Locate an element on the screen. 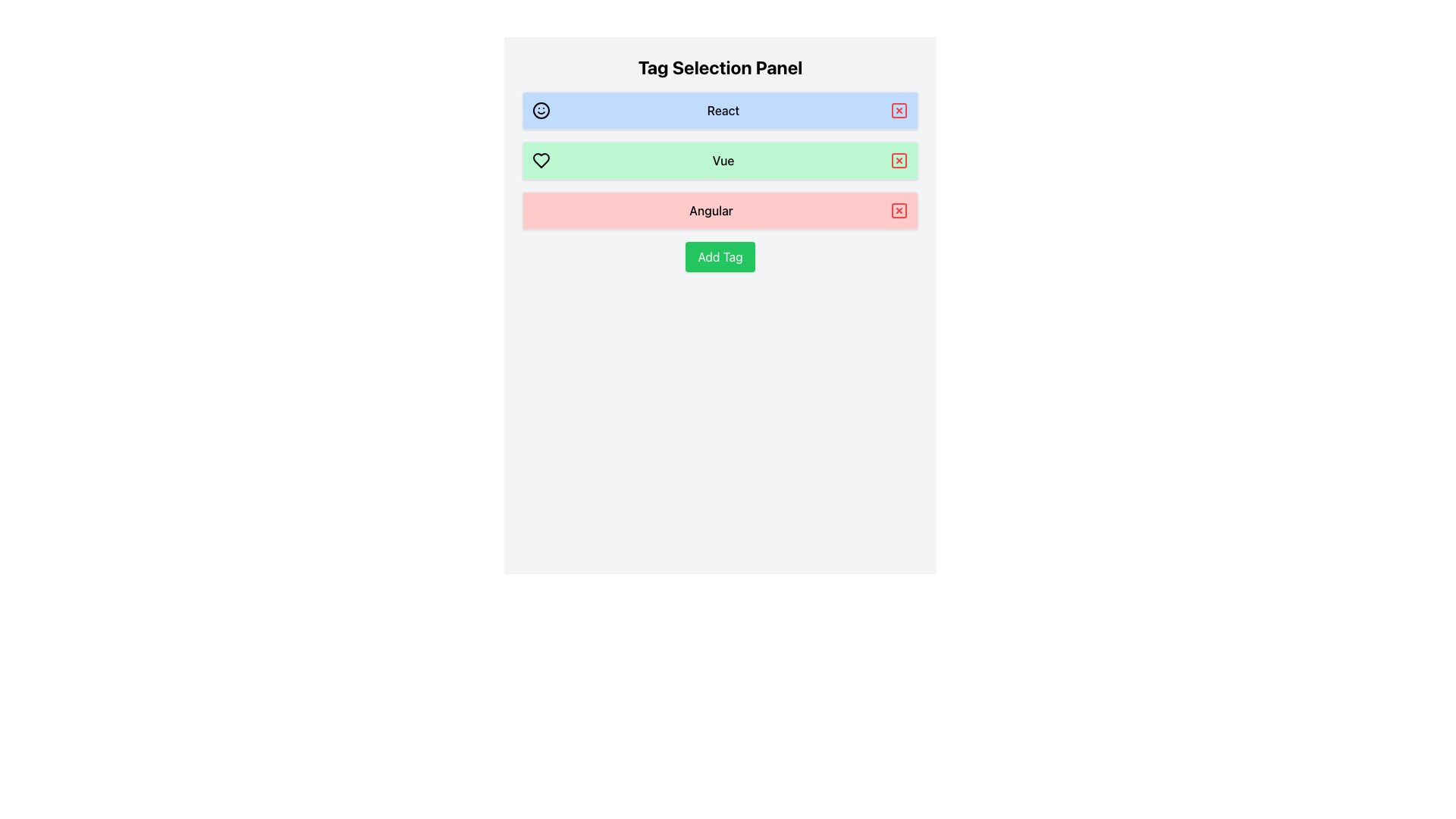  the heart icon associated with the 'Vue' tag item, located in the second row of the vertically stacked tag list is located at coordinates (541, 161).